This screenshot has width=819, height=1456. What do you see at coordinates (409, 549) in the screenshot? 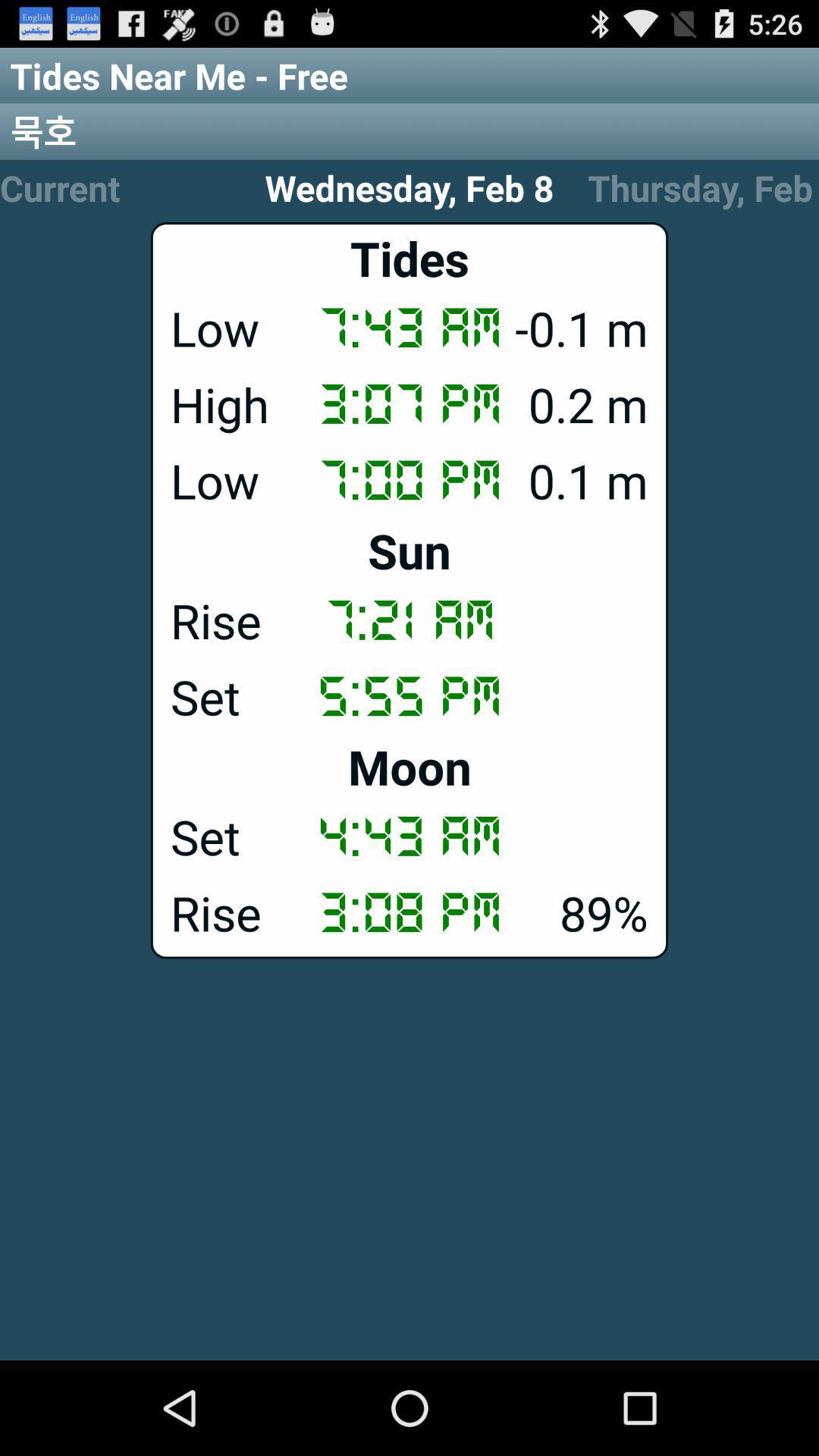
I see `icon above the rise app` at bounding box center [409, 549].